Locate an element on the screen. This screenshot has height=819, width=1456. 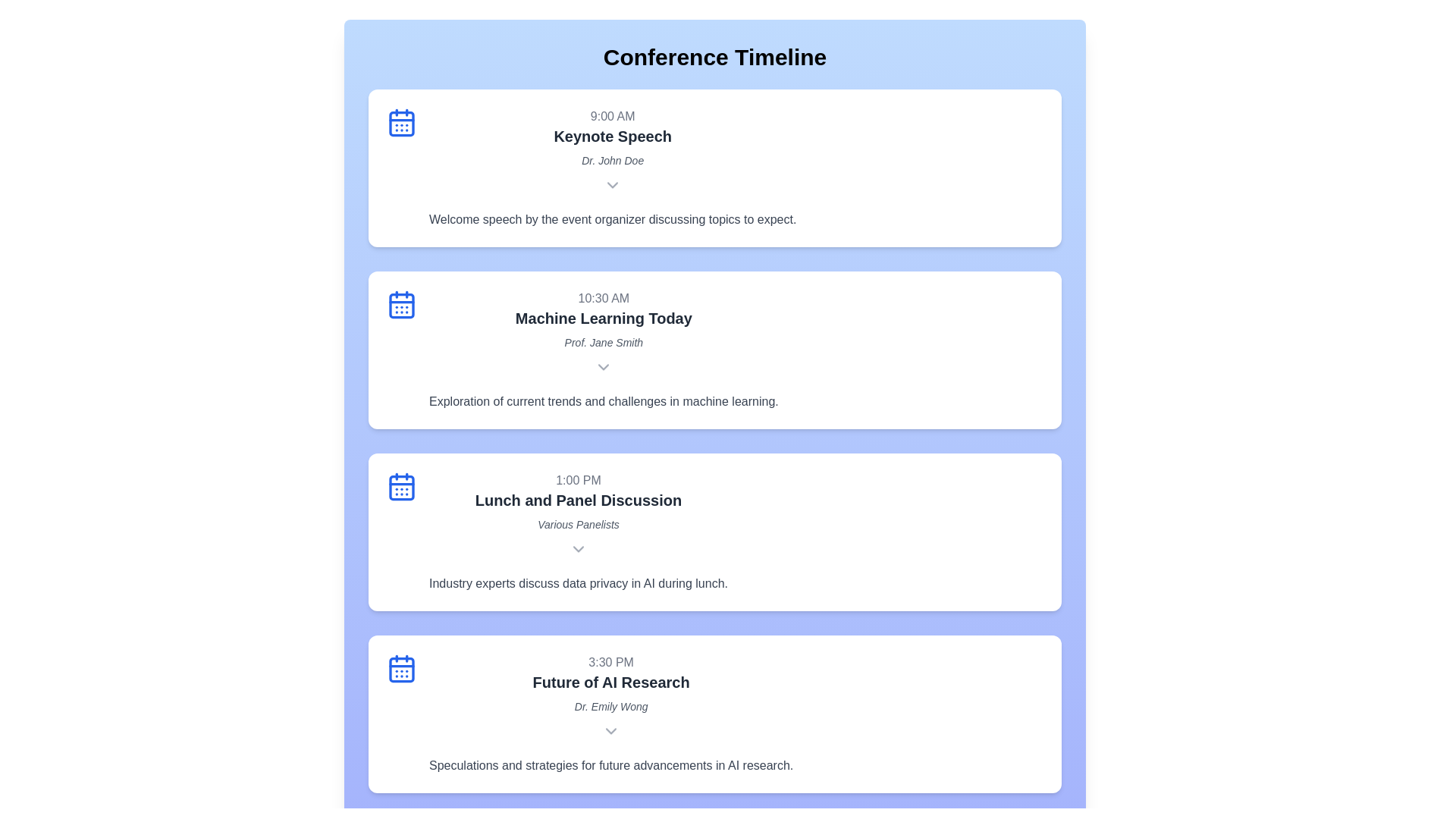
the decorative part of the calendar icon located in the top-left corner of the white card for the 'Lunch and Panel Discussion' event is located at coordinates (401, 488).